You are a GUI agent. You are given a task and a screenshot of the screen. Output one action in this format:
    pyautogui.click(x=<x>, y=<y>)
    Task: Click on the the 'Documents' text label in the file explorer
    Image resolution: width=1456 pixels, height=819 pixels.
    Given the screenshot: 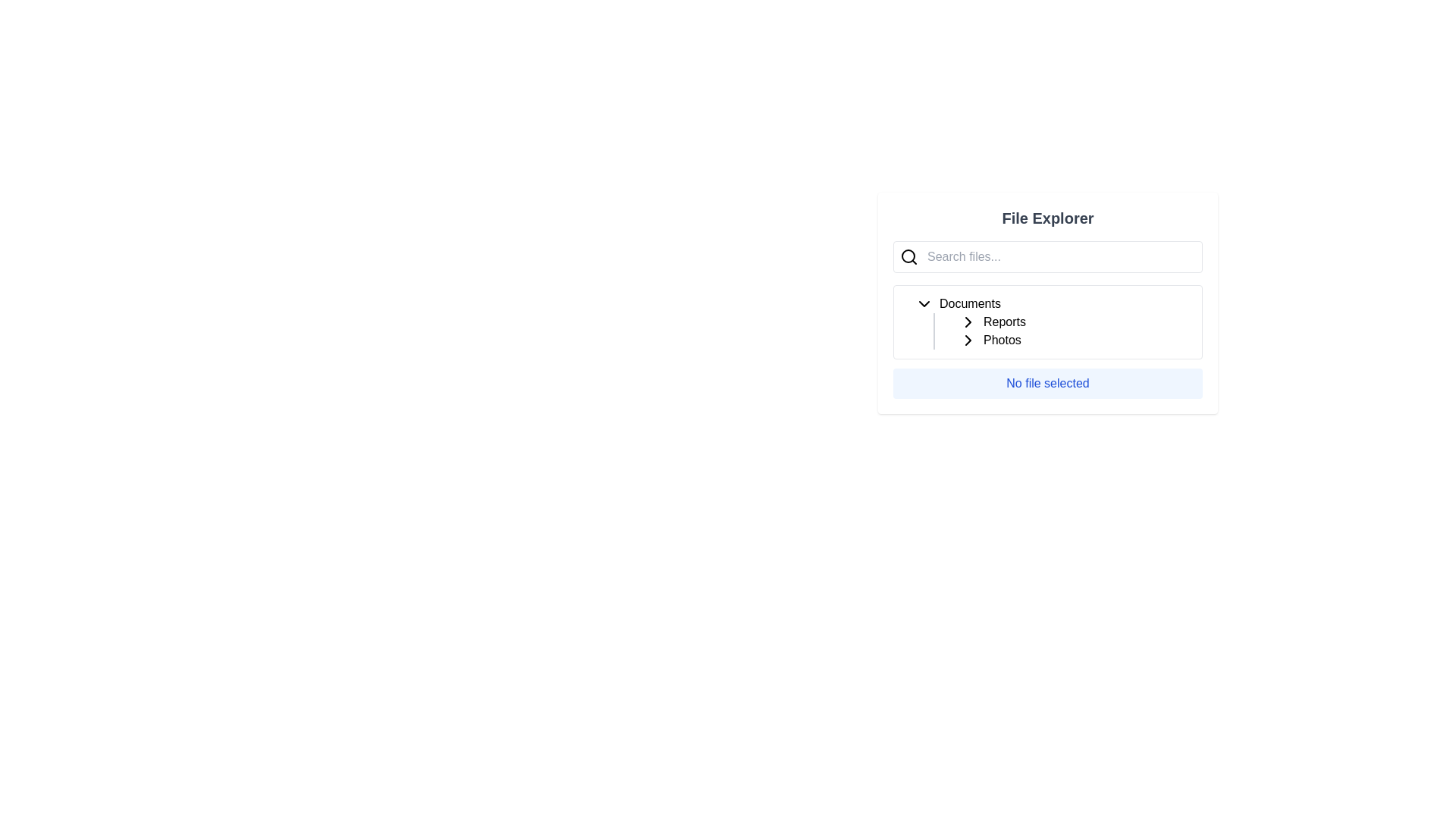 What is the action you would take?
    pyautogui.click(x=968, y=304)
    